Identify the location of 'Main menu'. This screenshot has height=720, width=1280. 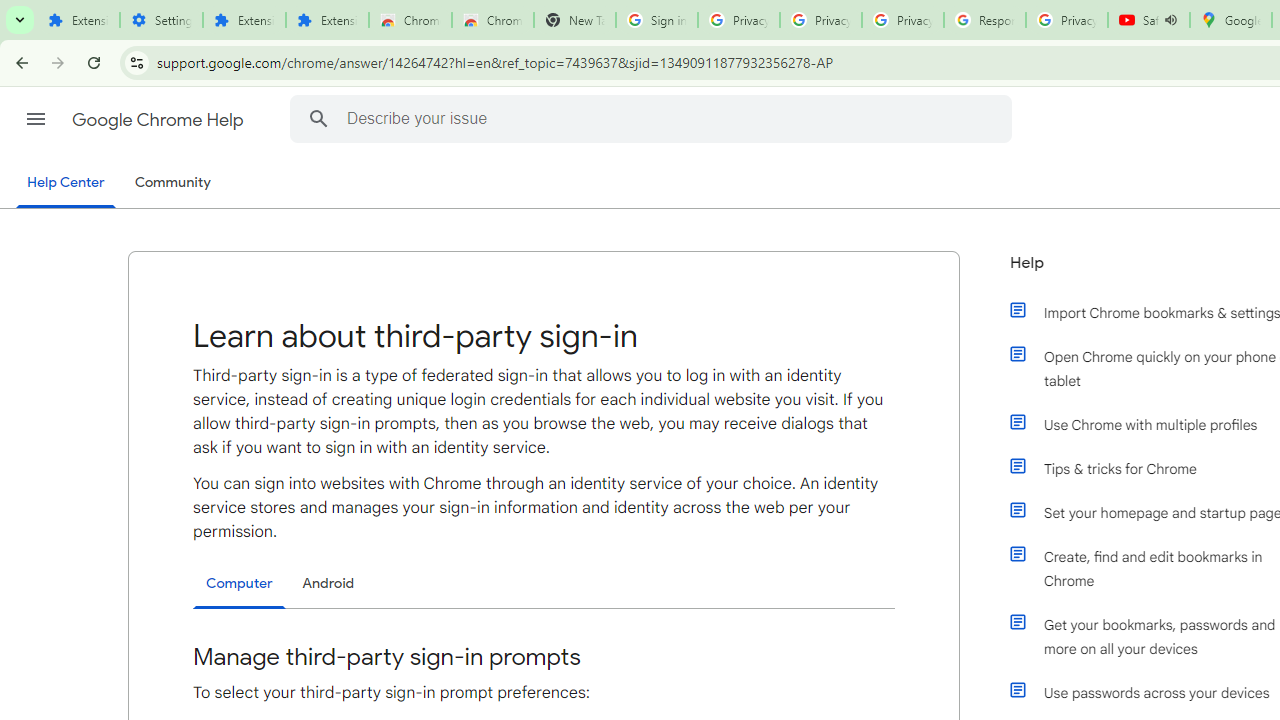
(35, 119).